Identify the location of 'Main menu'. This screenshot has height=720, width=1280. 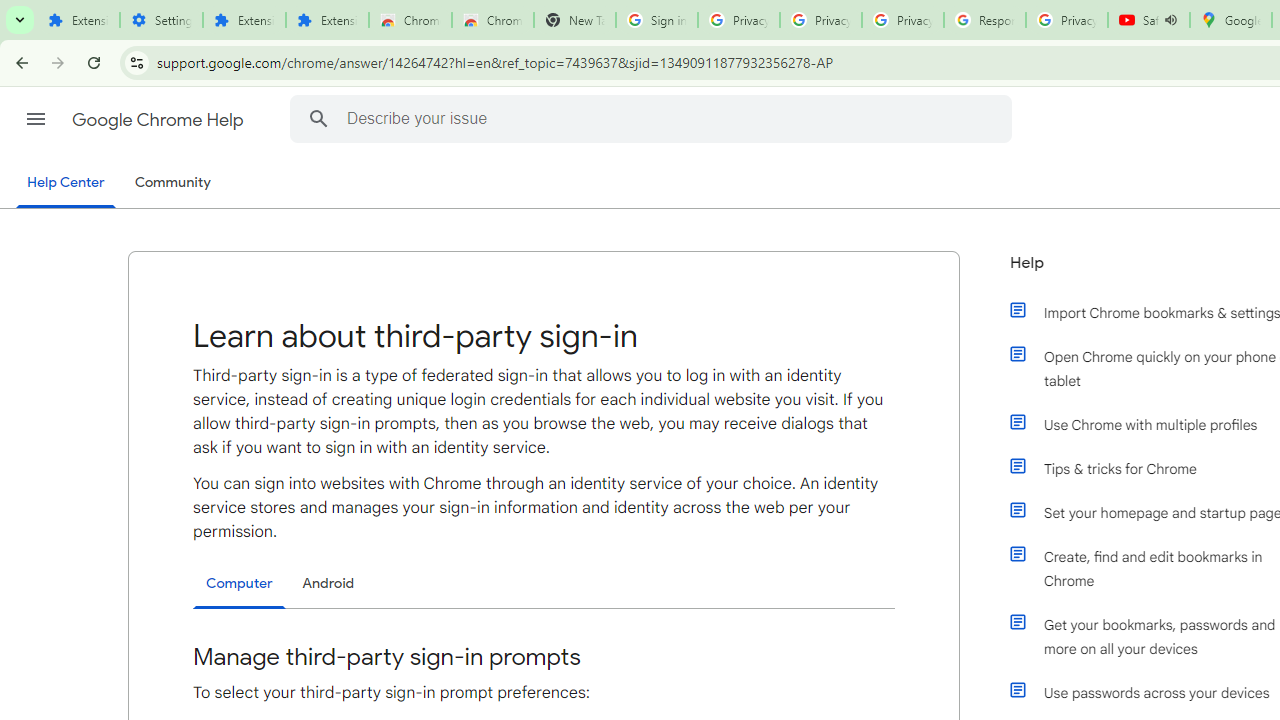
(35, 119).